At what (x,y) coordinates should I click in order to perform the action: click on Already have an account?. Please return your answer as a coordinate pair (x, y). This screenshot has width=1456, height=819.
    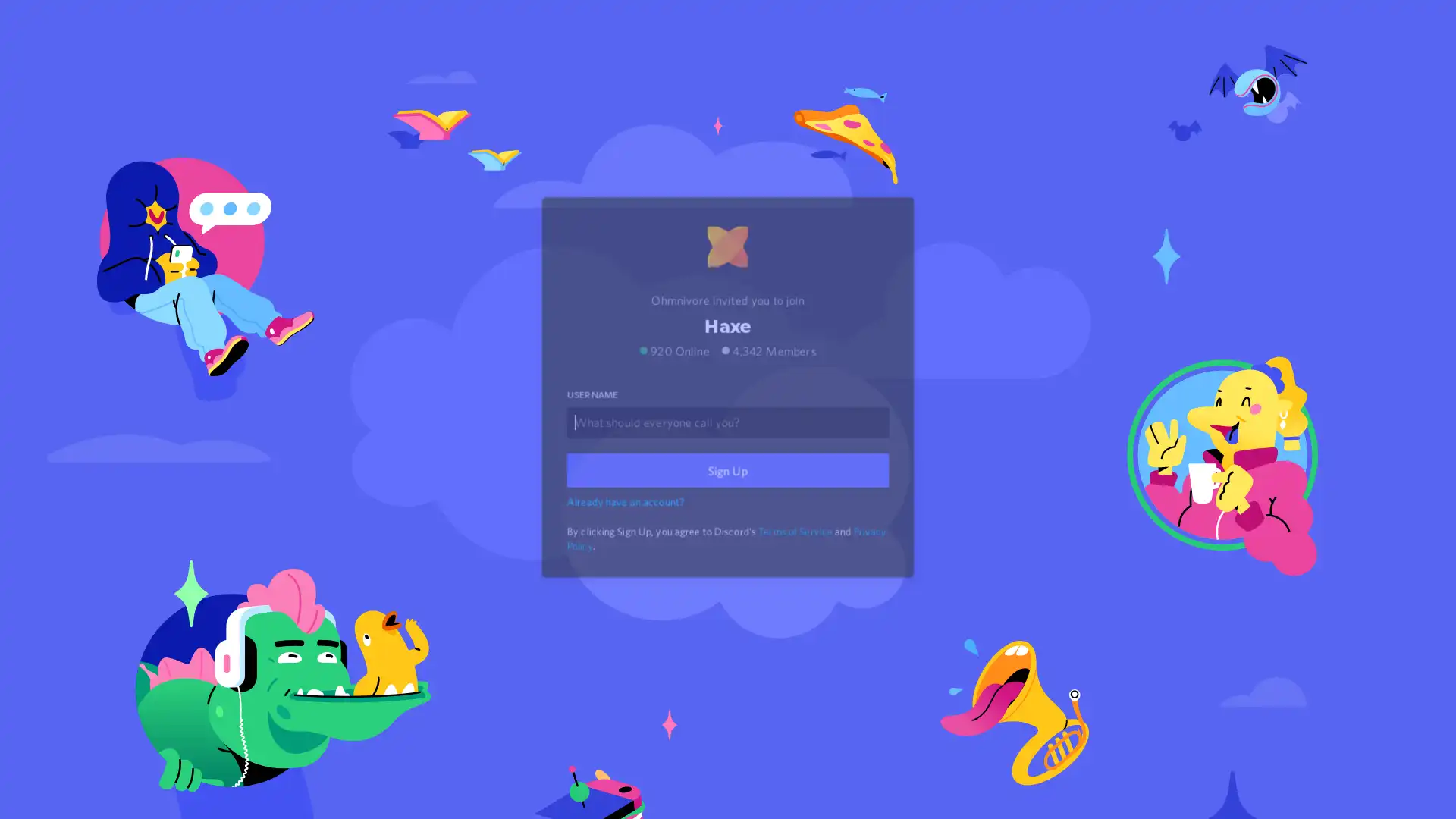
    Looking at the image, I should click on (628, 519).